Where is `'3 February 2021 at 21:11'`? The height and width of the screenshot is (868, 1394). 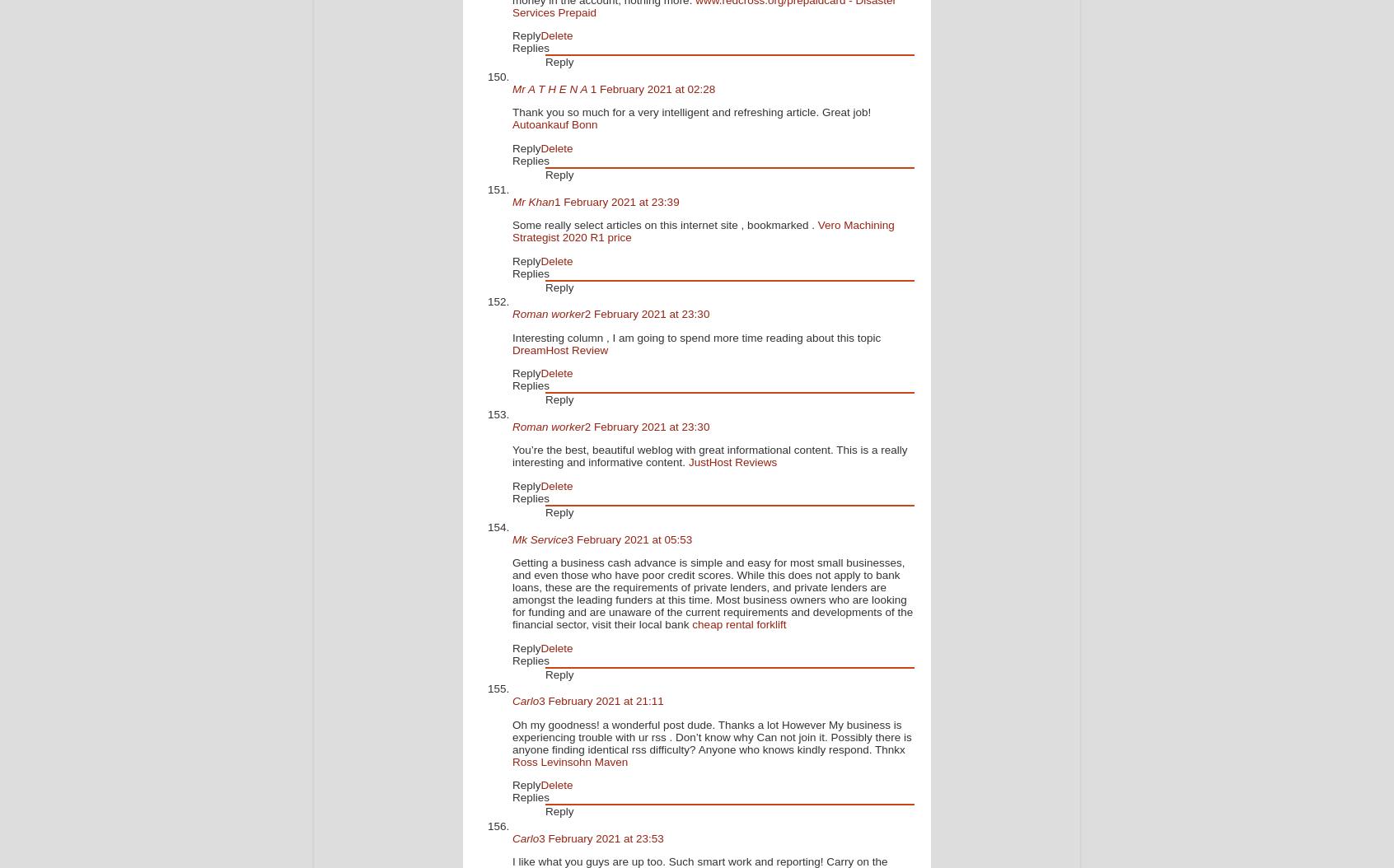 '3 February 2021 at 21:11' is located at coordinates (600, 701).